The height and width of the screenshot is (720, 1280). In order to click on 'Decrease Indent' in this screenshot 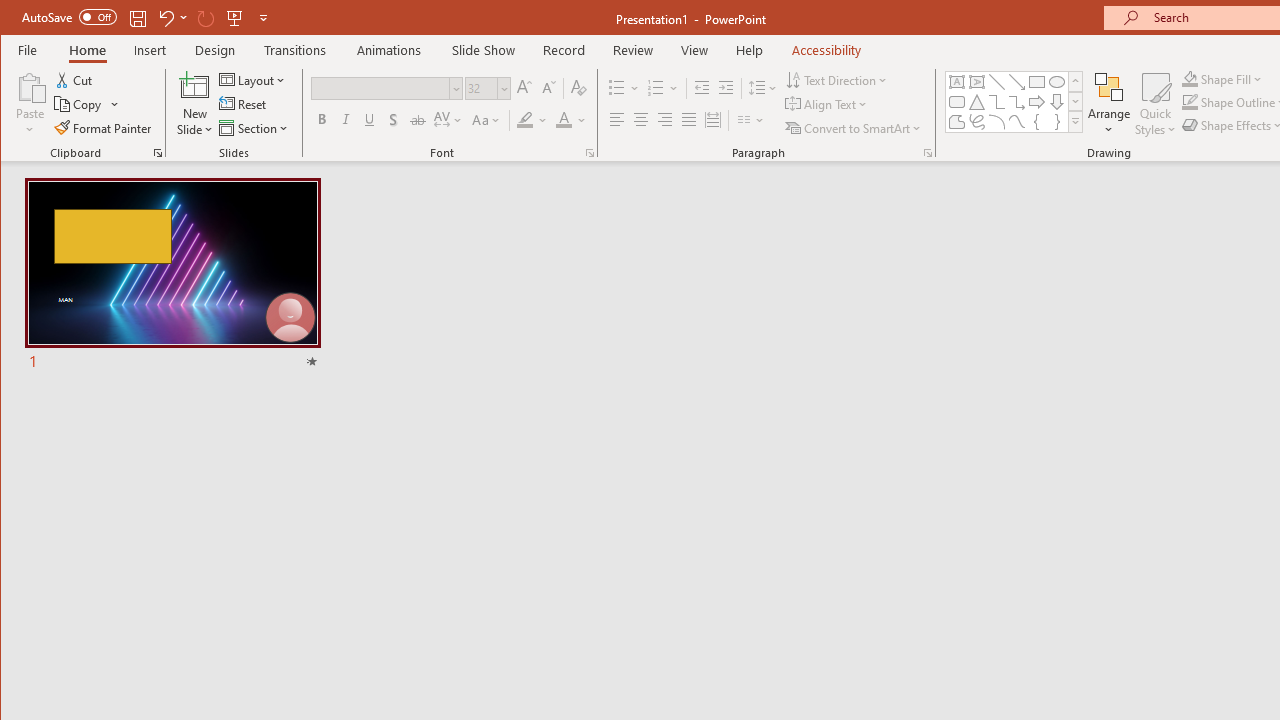, I will do `click(702, 87)`.